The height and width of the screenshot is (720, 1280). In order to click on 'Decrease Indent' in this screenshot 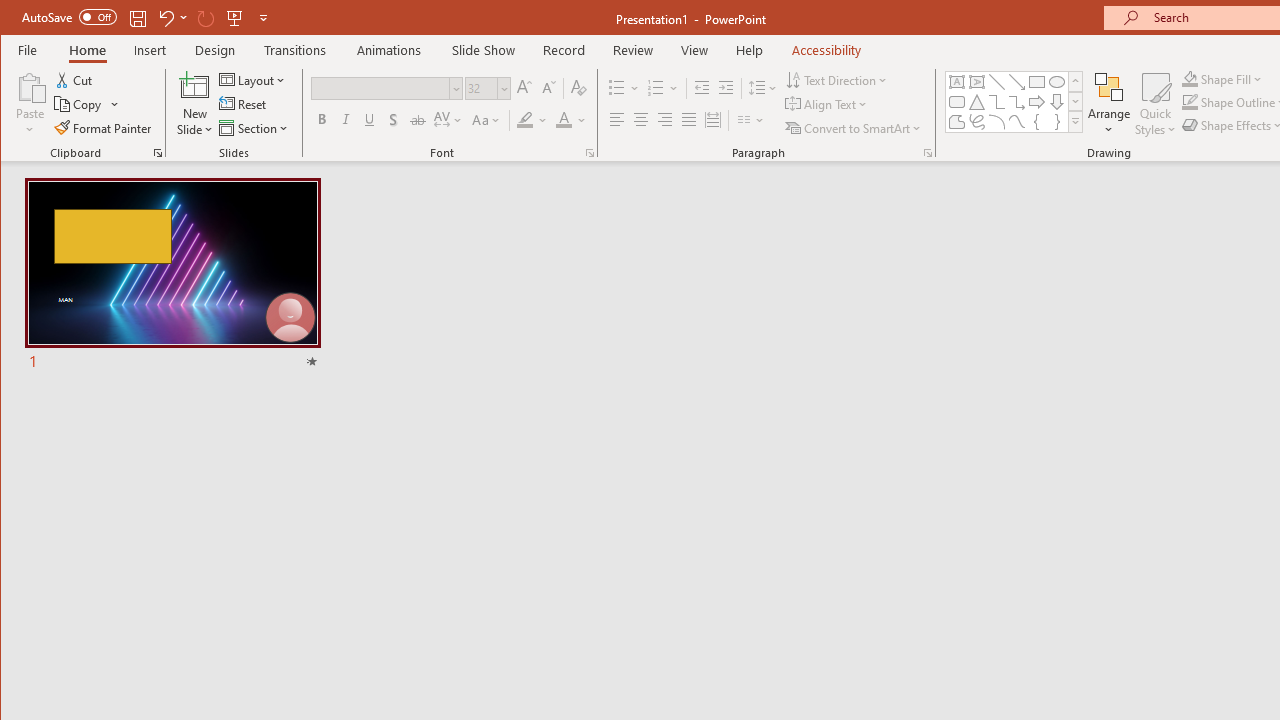, I will do `click(702, 87)`.